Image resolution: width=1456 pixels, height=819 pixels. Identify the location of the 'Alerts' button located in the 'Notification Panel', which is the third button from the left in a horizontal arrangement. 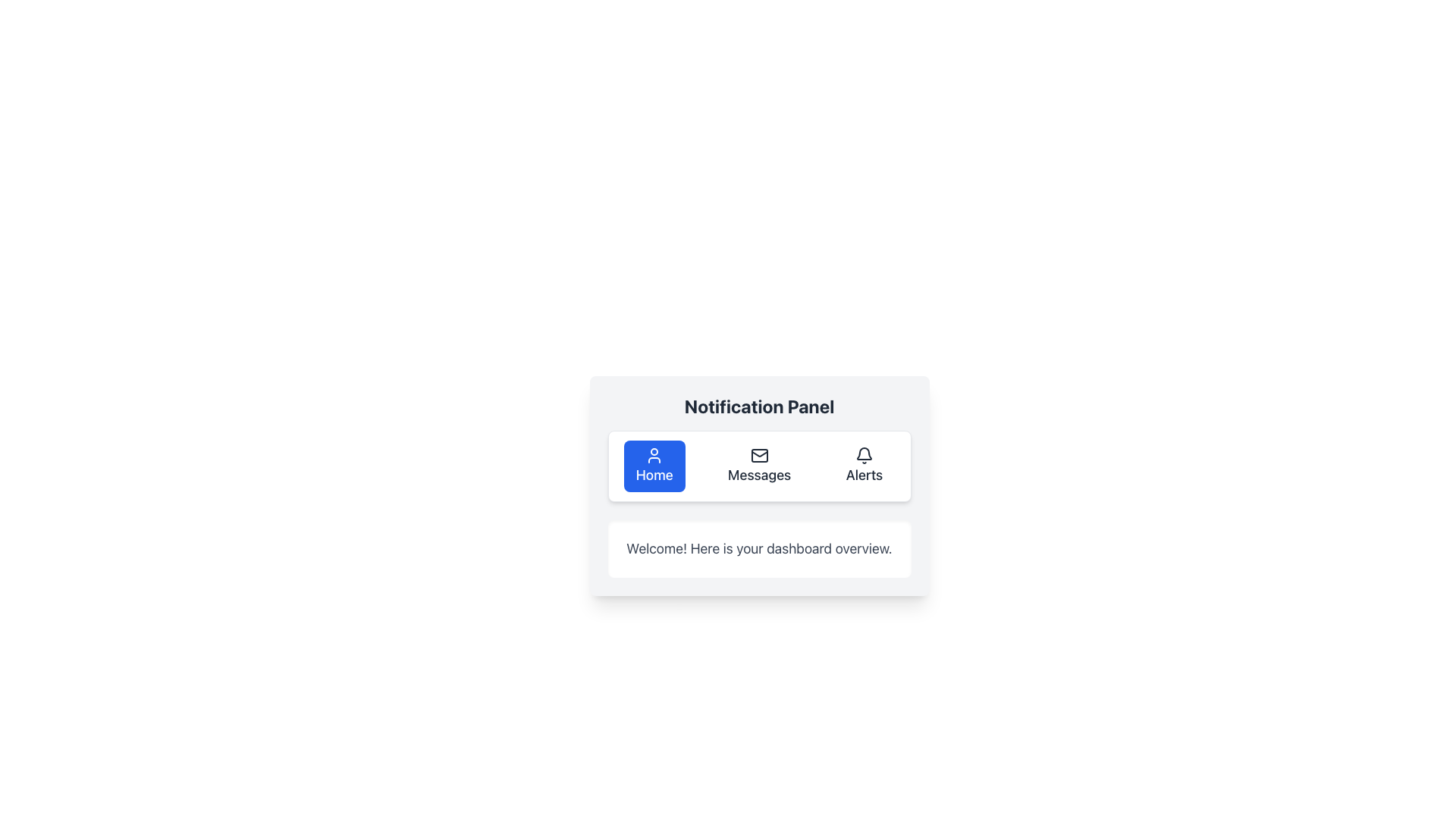
(864, 465).